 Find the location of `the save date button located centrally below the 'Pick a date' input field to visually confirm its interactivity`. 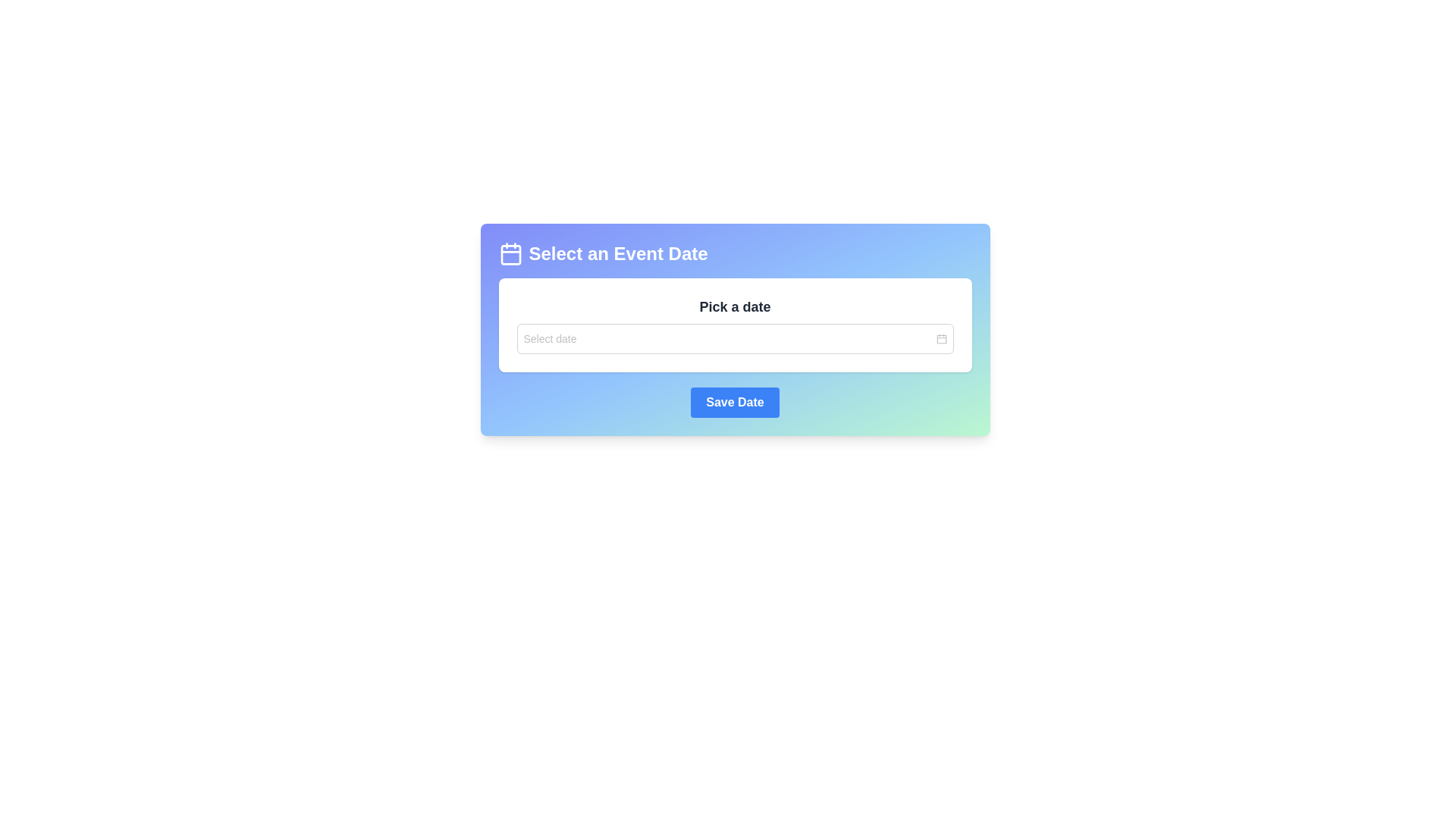

the save date button located centrally below the 'Pick a date' input field to visually confirm its interactivity is located at coordinates (735, 402).